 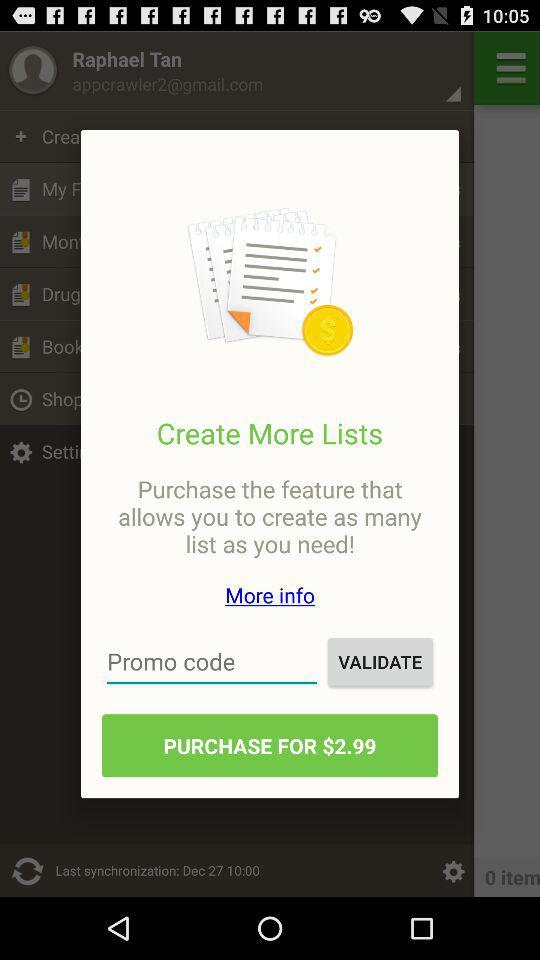 What do you see at coordinates (211, 661) in the screenshot?
I see `the icon next to validate item` at bounding box center [211, 661].